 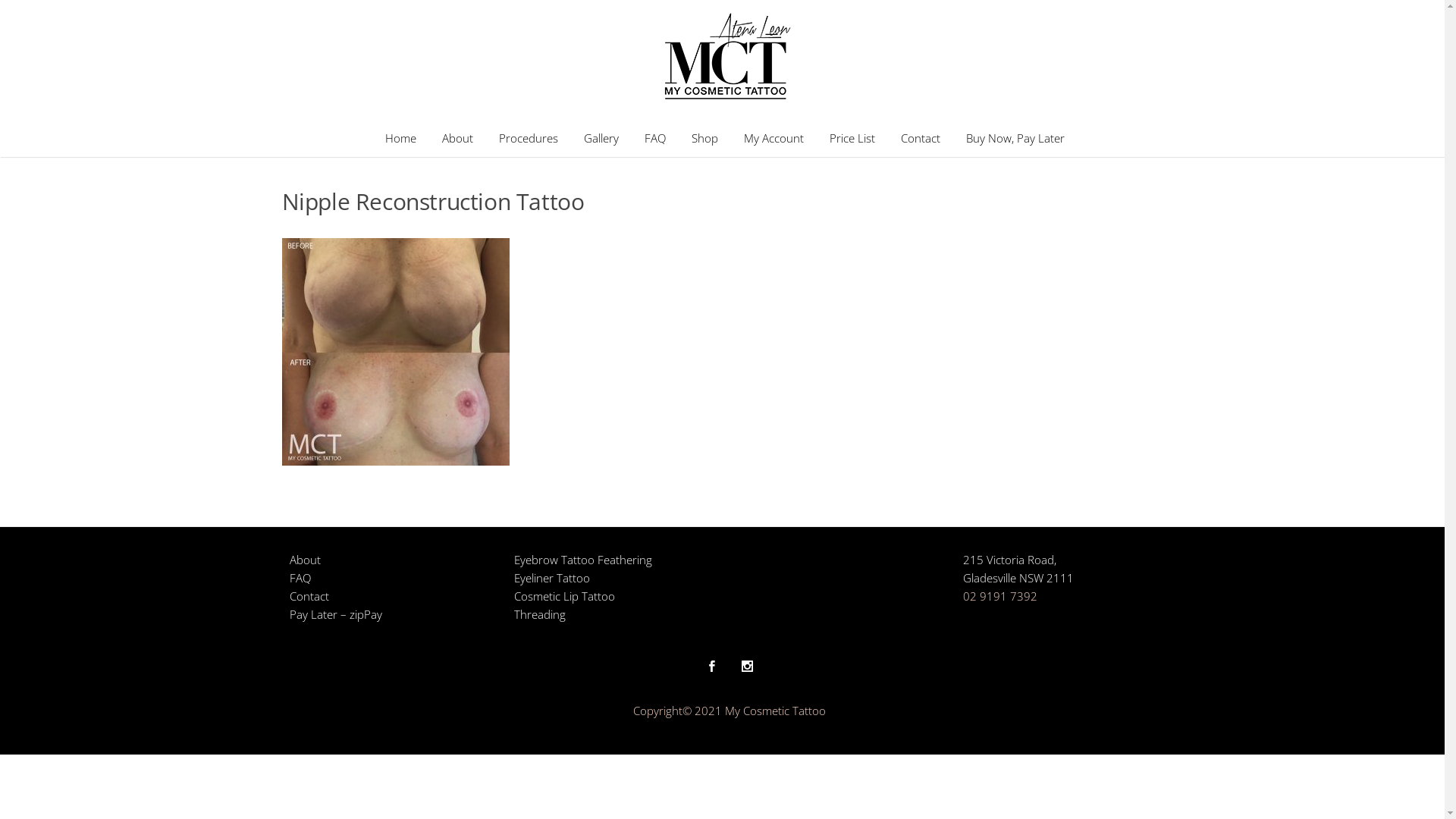 I want to click on 'My Account', so click(x=732, y=137).